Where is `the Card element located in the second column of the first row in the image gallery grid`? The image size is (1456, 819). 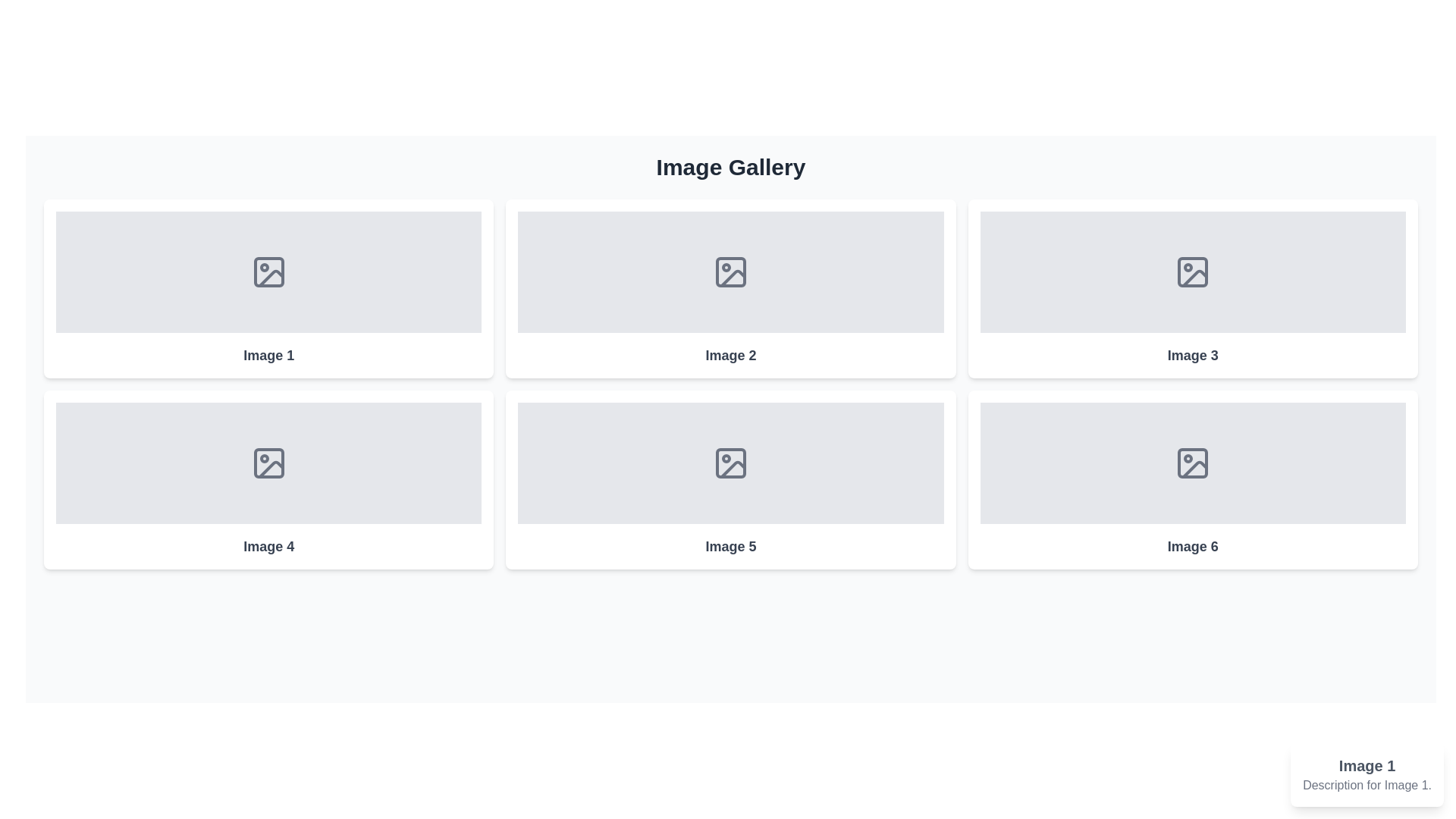
the Card element located in the second column of the first row in the image gallery grid is located at coordinates (731, 289).